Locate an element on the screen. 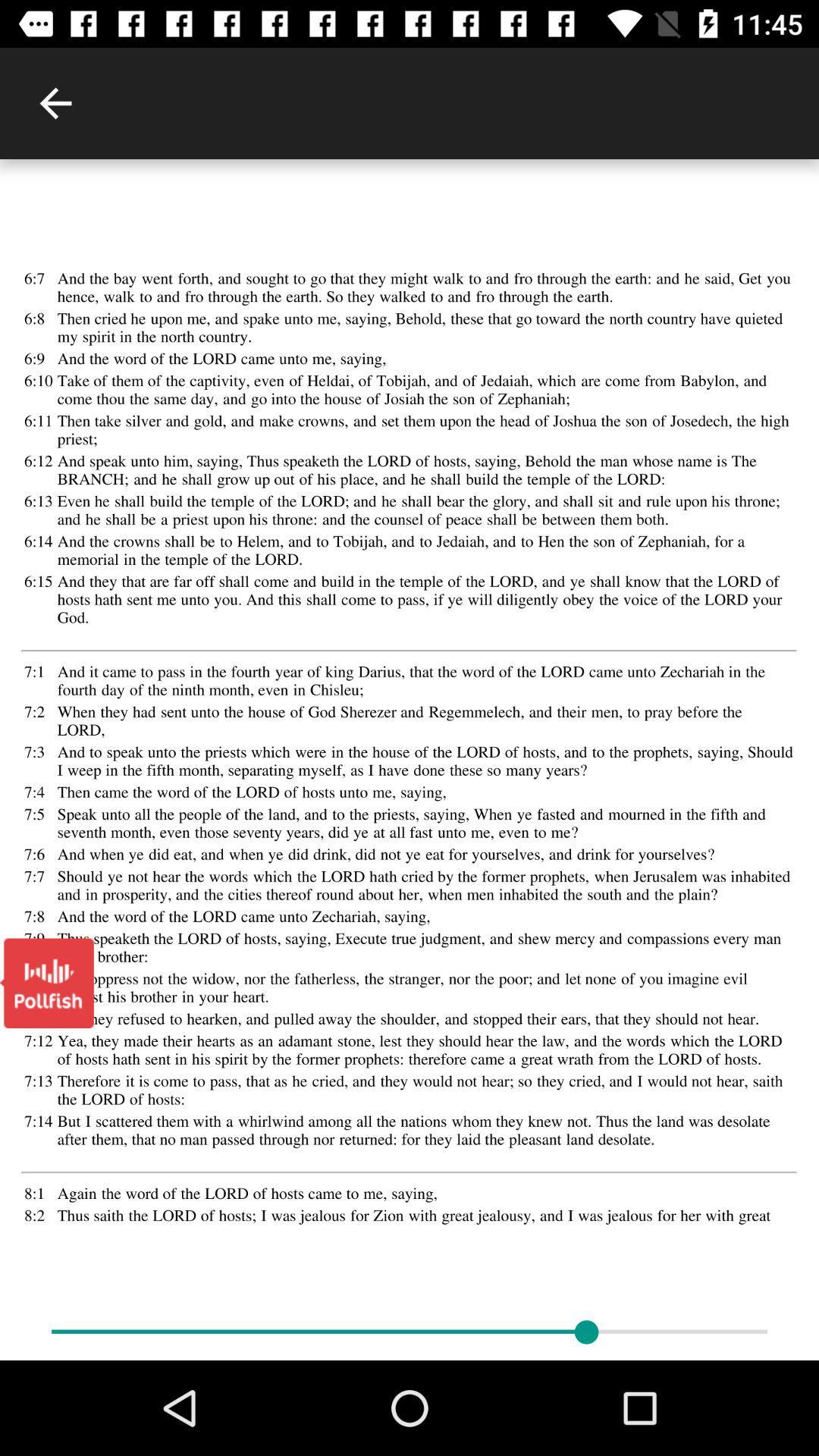 The height and width of the screenshot is (1456, 819). icon at the bottom left corner is located at coordinates (45, 983).